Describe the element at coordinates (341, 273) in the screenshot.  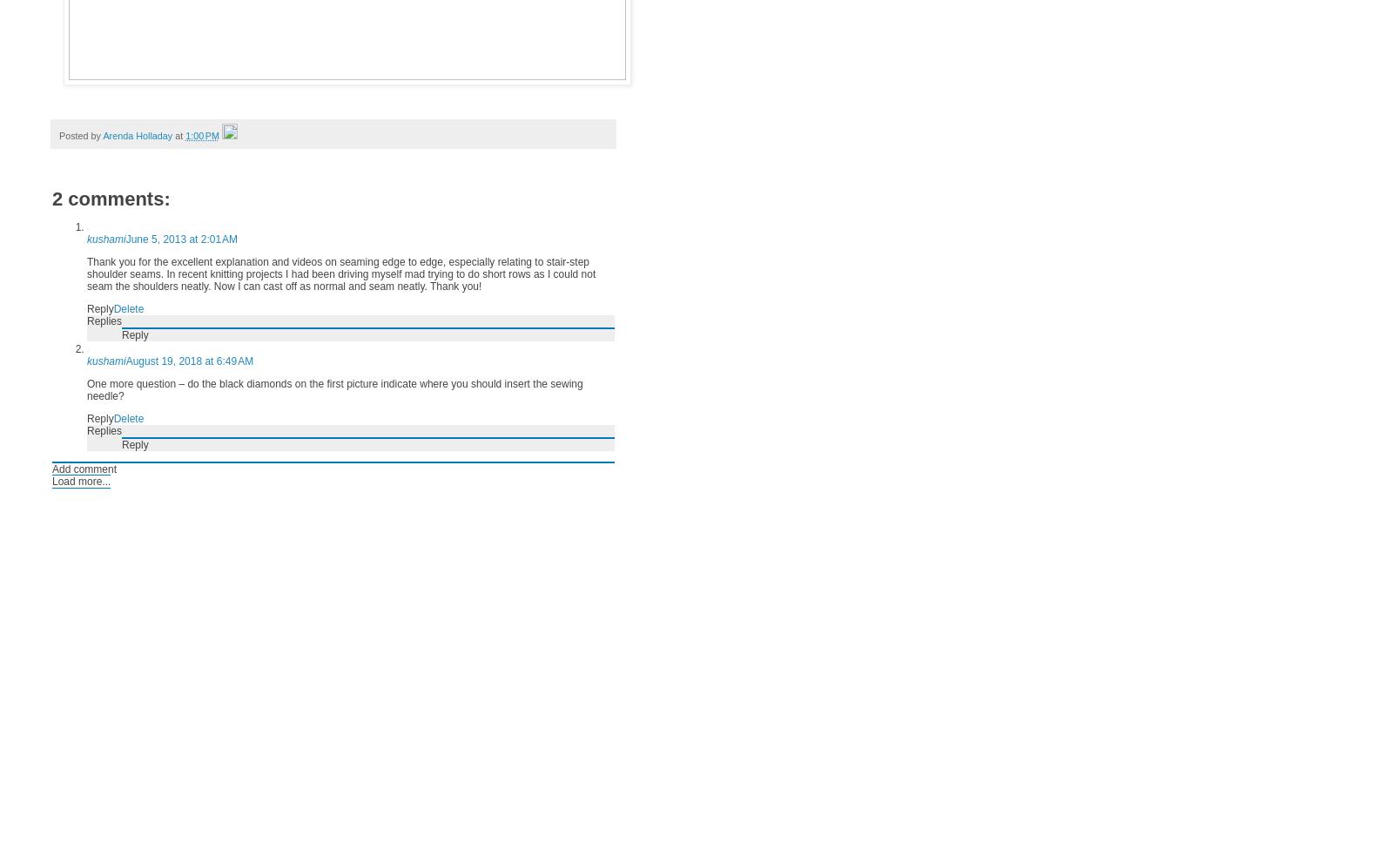
I see `'Thank you for the excellent explanation and videos on seaming edge to edge, especially relating to stair-step shoulder seams. In recent knitting projects I had been driving myself mad trying to do short rows as I could not seam the shoulders neatly. Now I can cast off as normal and seam neatly. Thank you!'` at that location.